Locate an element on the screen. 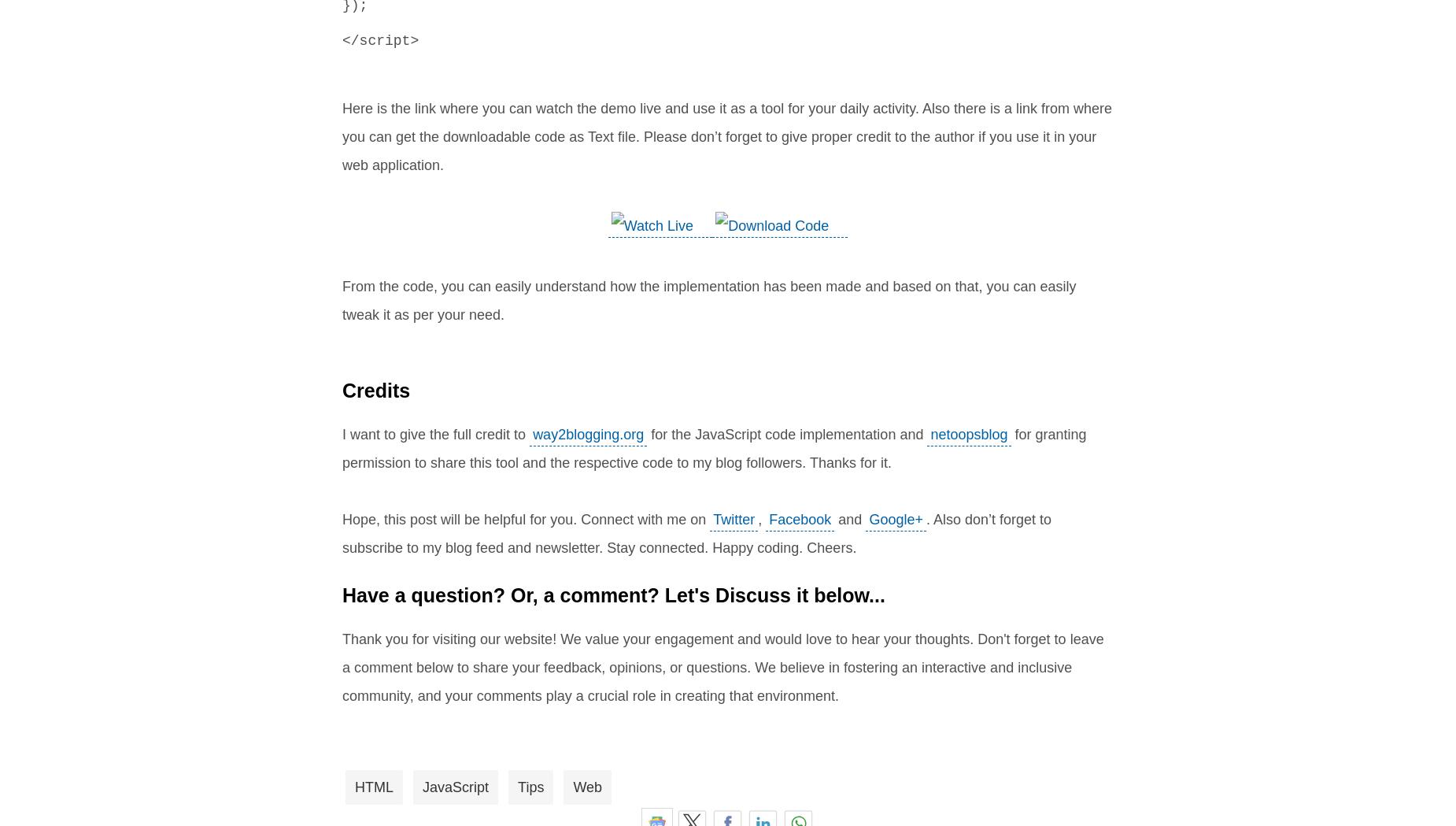  'script' is located at coordinates (384, 41).